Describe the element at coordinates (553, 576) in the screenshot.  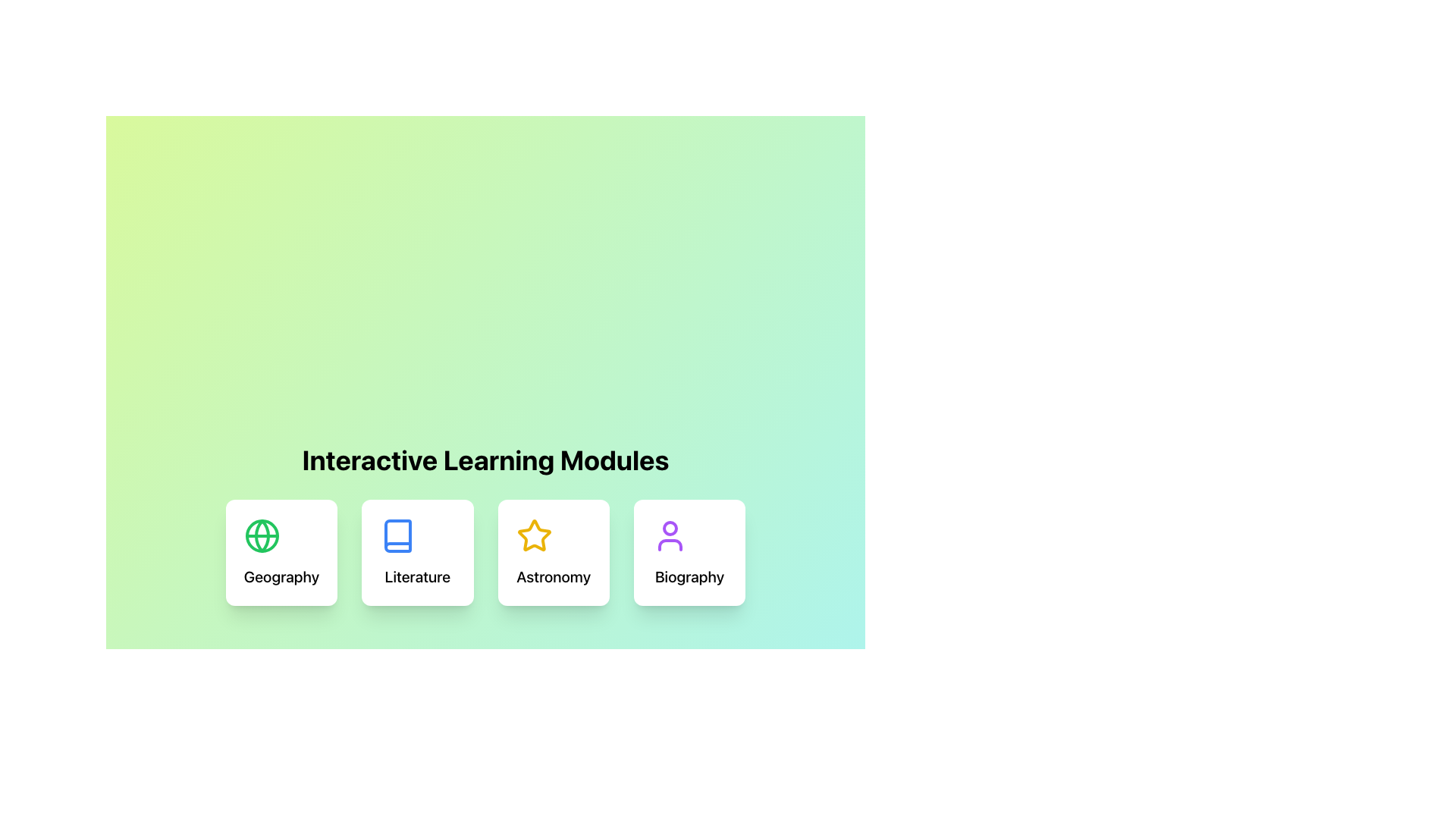
I see `text label that indicates the card relates to Astronomy, which is positioned below the star icon in the third card of the 'Interactive Learning Modules' section` at that location.